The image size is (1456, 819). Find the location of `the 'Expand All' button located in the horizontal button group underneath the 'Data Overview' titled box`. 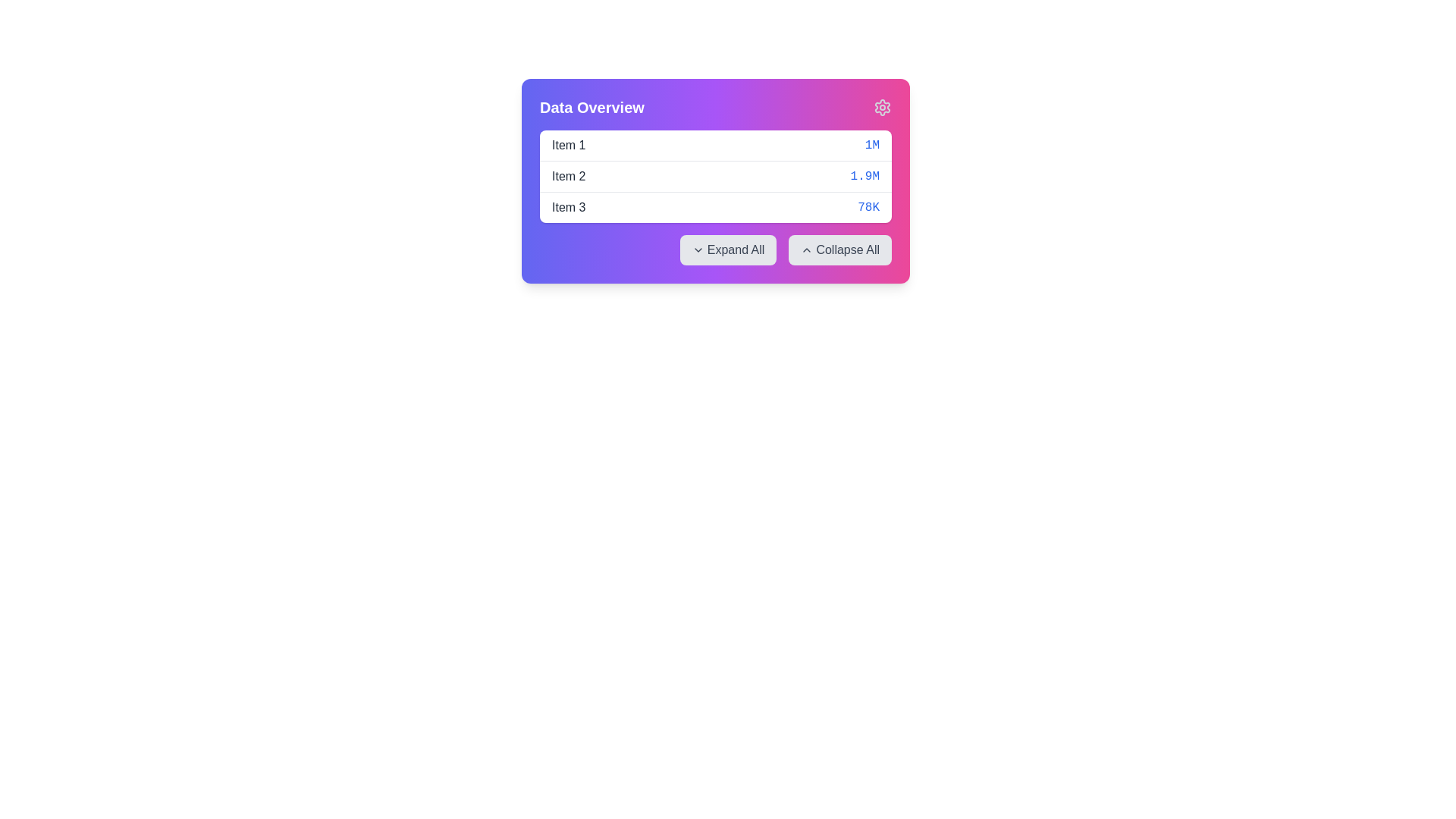

the 'Expand All' button located in the horizontal button group underneath the 'Data Overview' titled box is located at coordinates (728, 249).